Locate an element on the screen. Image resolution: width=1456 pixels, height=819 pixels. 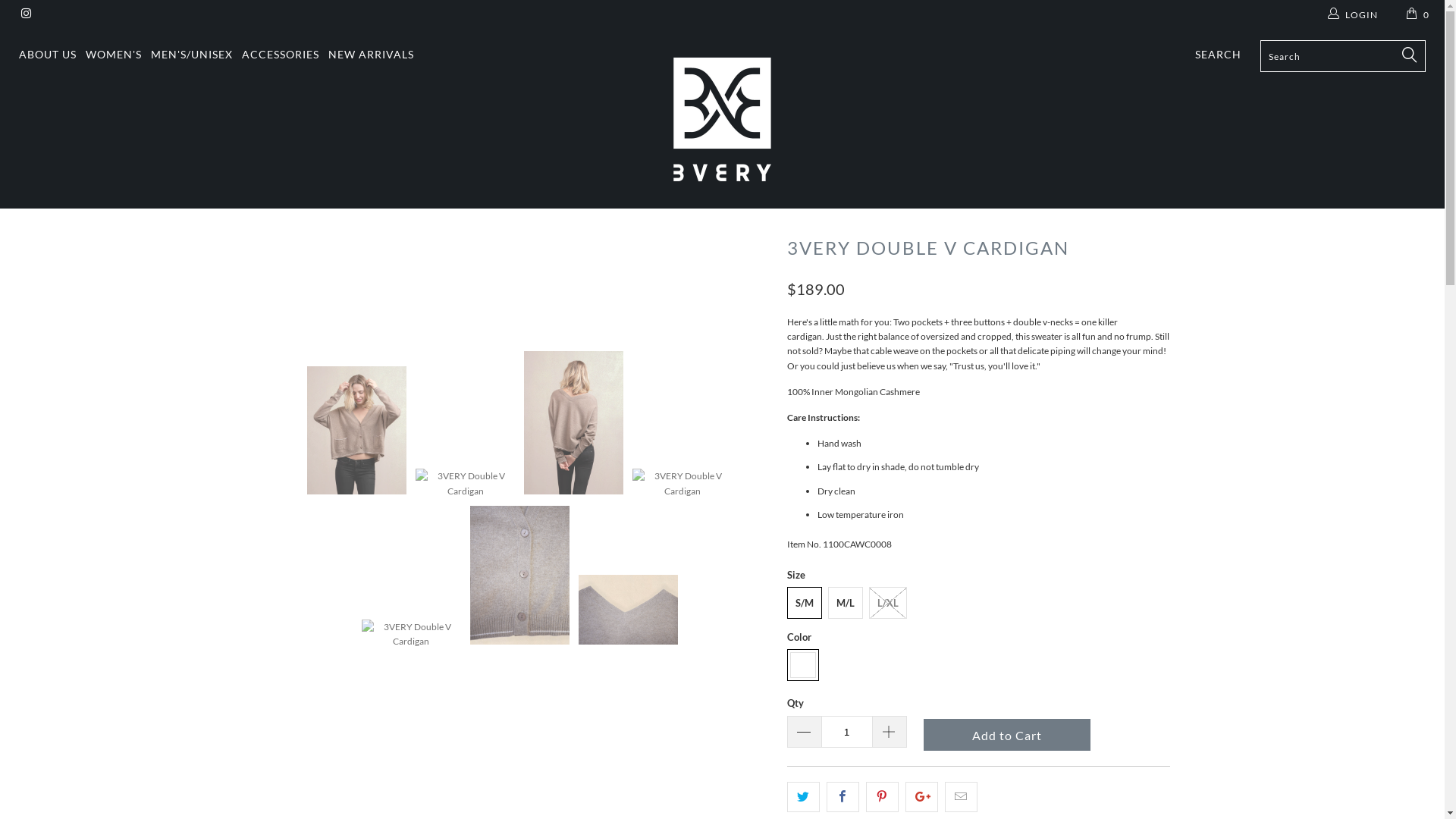
'NEW ARRIVALS' is located at coordinates (371, 54).